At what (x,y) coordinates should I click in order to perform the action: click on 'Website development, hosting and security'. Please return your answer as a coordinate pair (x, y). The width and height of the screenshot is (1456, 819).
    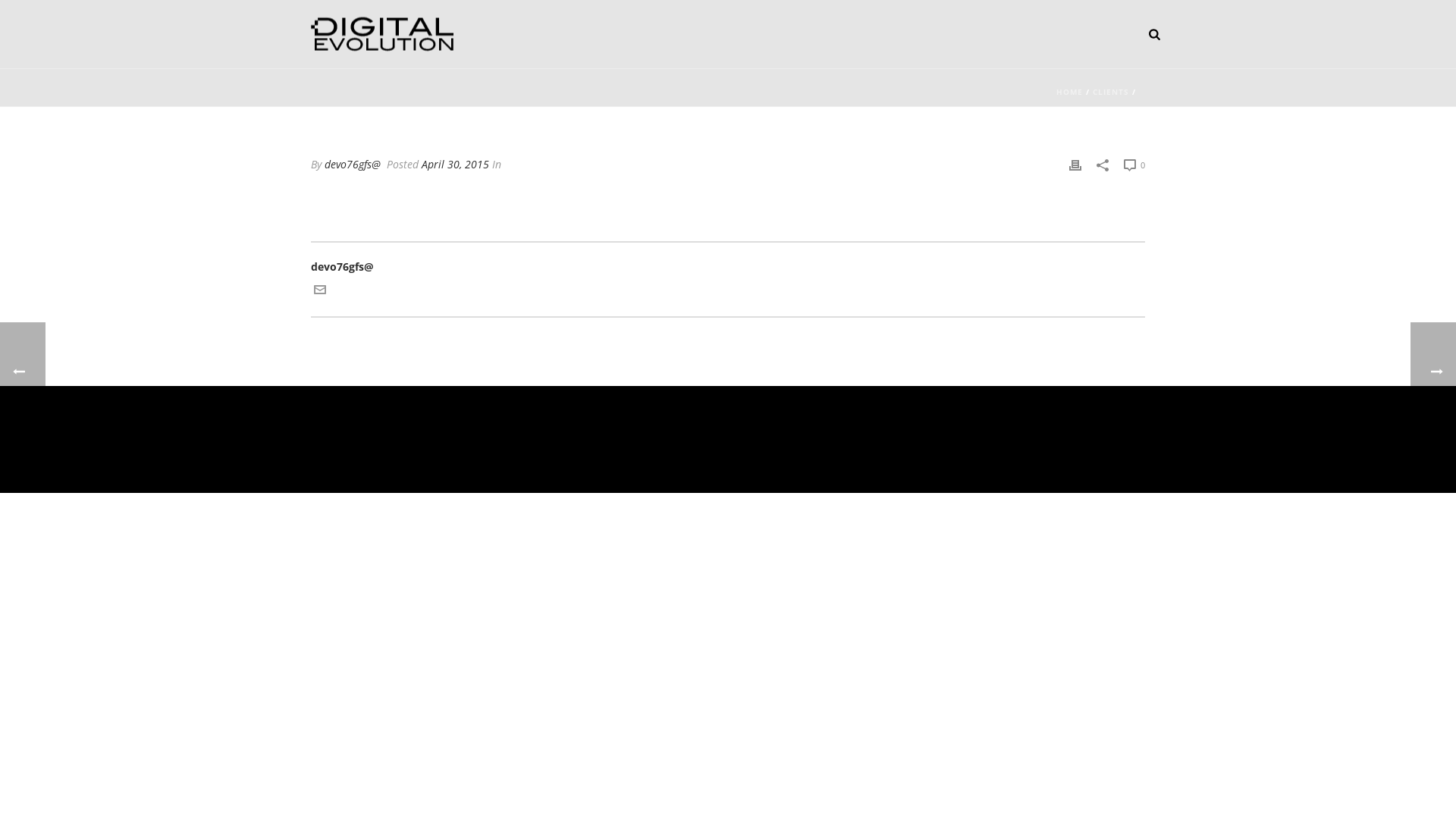
    Looking at the image, I should click on (382, 33).